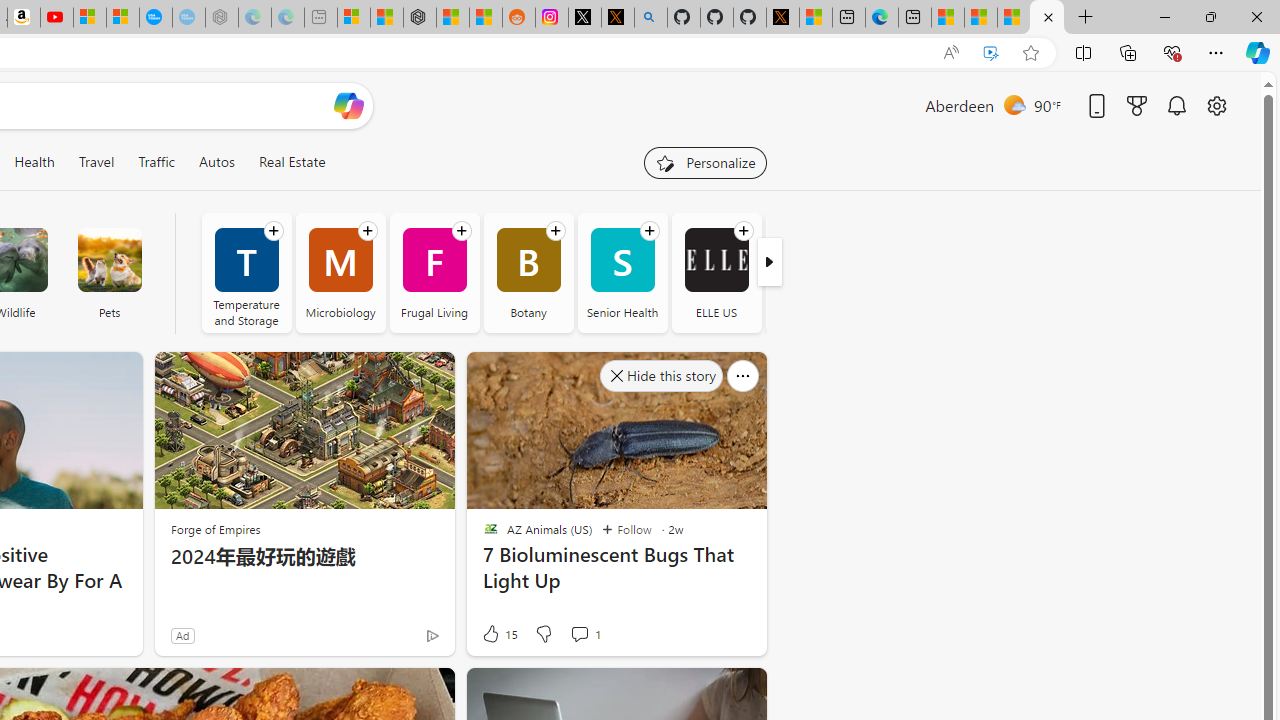 The width and height of the screenshot is (1280, 720). What do you see at coordinates (1215, 105) in the screenshot?
I see `'Open settings'` at bounding box center [1215, 105].